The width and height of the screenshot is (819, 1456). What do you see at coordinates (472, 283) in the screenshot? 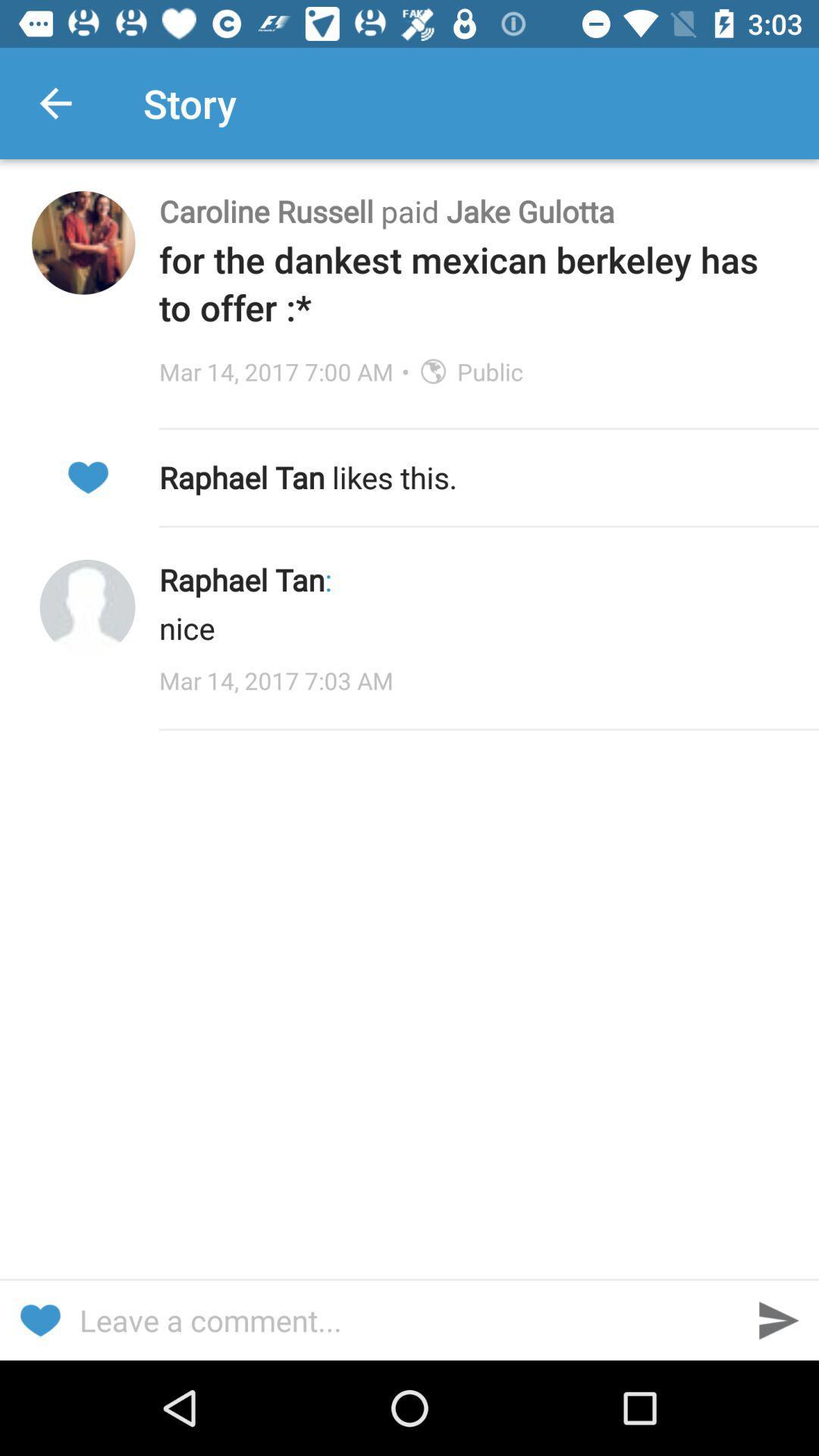
I see `the for the dankest` at bounding box center [472, 283].